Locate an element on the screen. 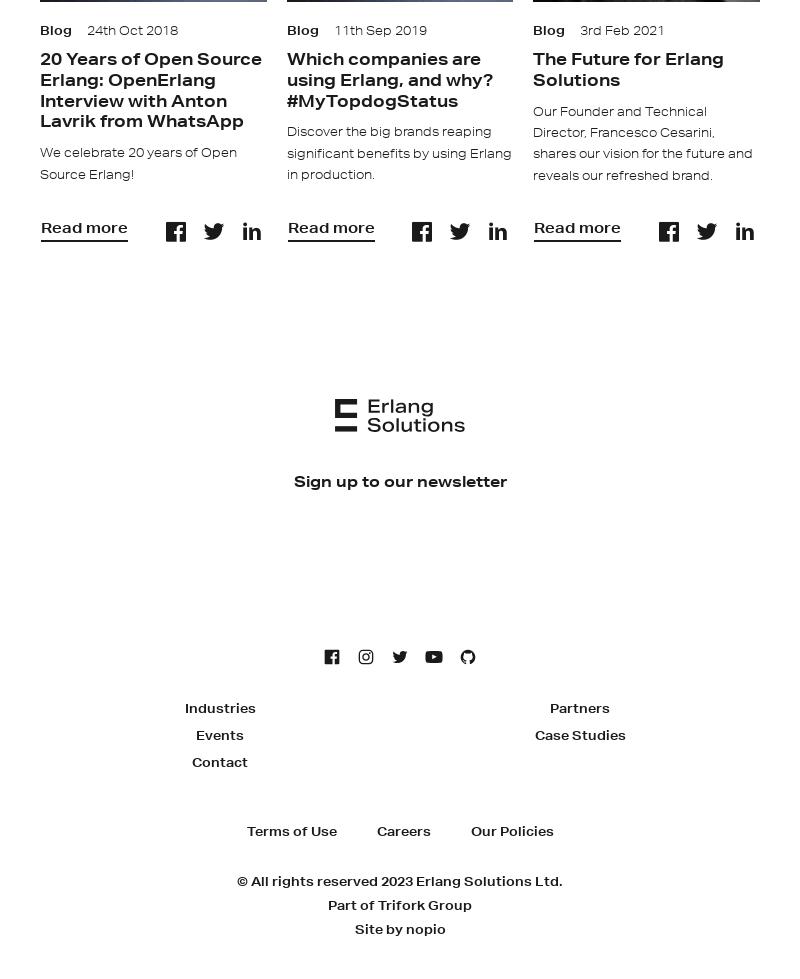  'Events' is located at coordinates (220, 733).